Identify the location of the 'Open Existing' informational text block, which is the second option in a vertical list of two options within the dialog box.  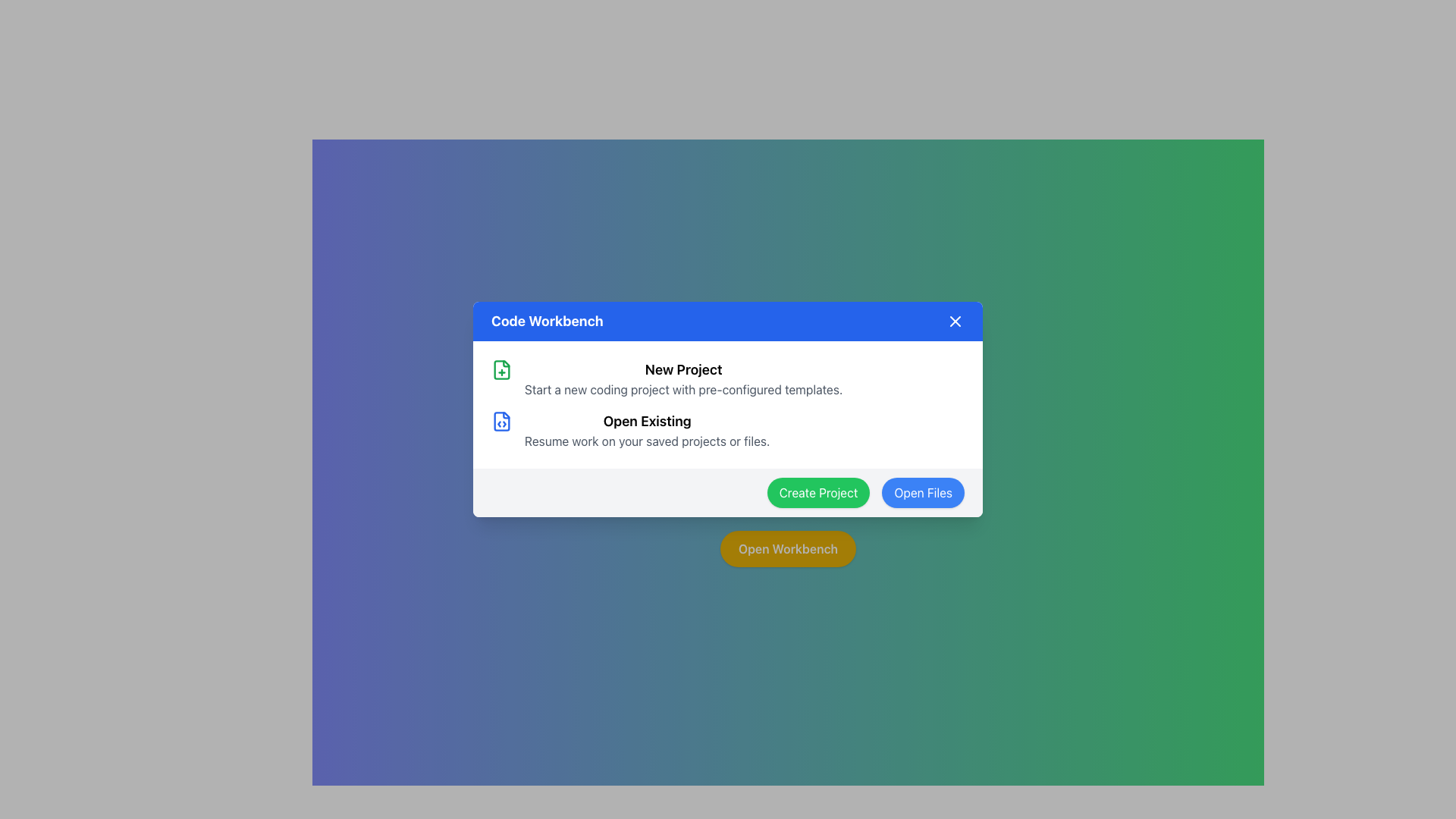
(647, 430).